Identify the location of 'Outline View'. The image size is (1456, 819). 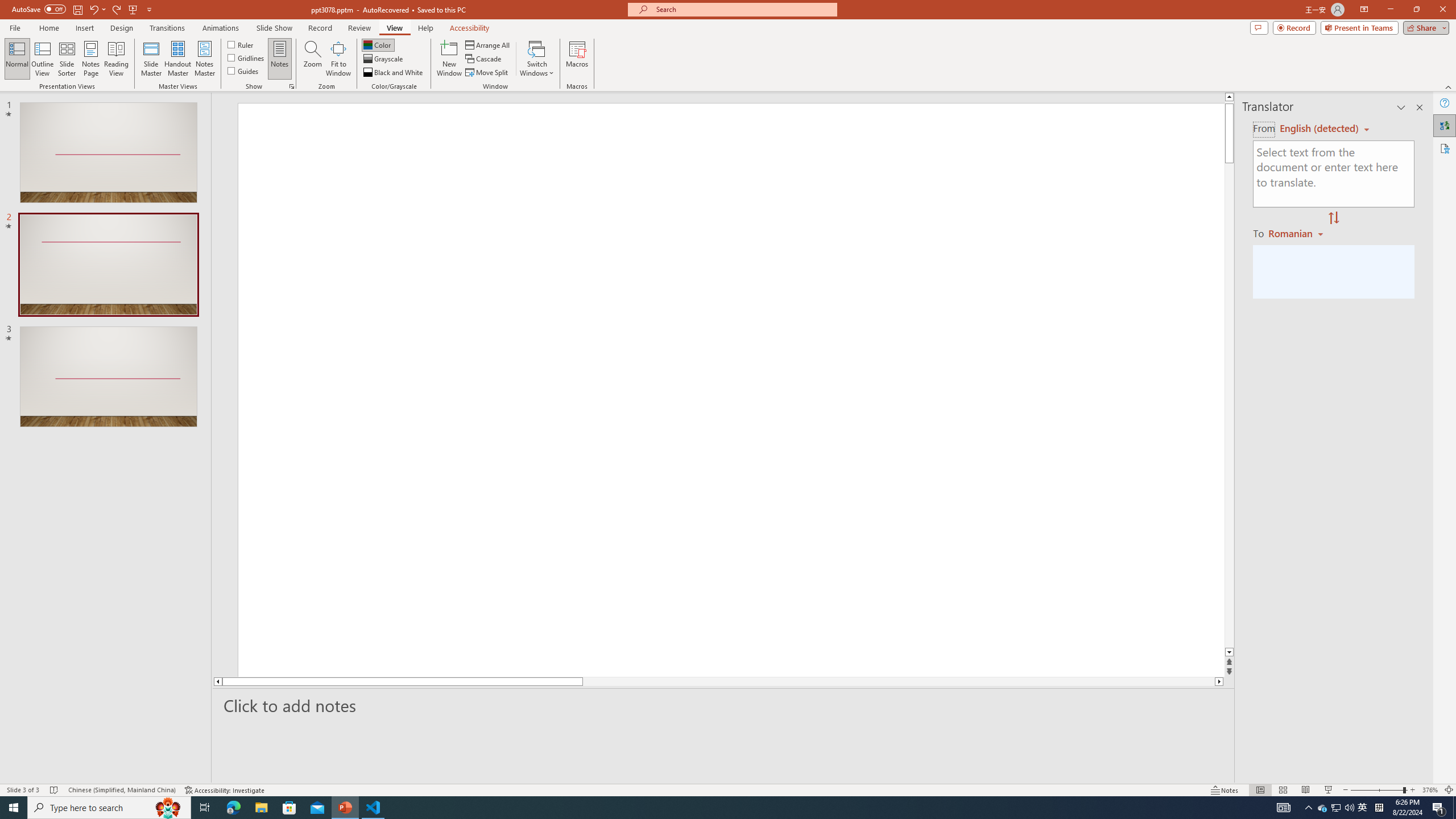
(42, 59).